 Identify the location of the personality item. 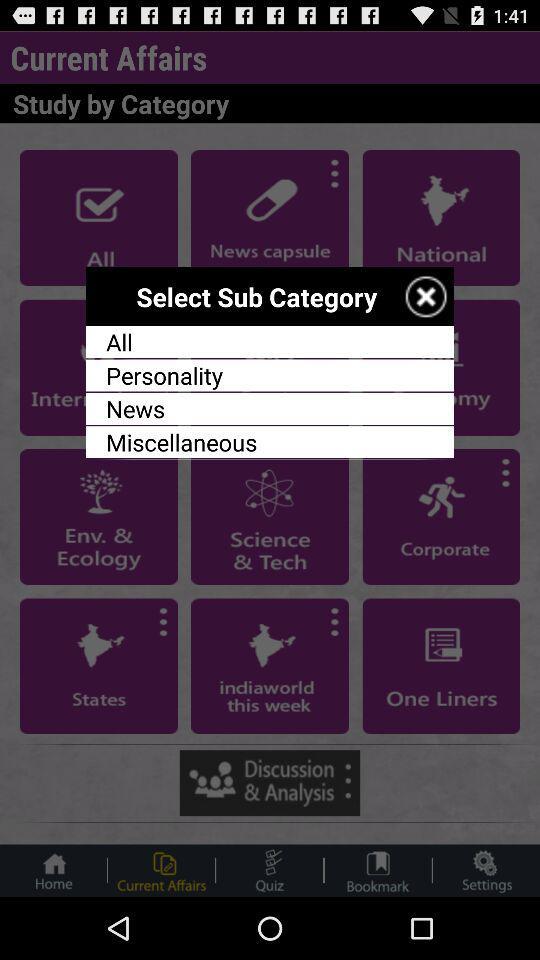
(270, 374).